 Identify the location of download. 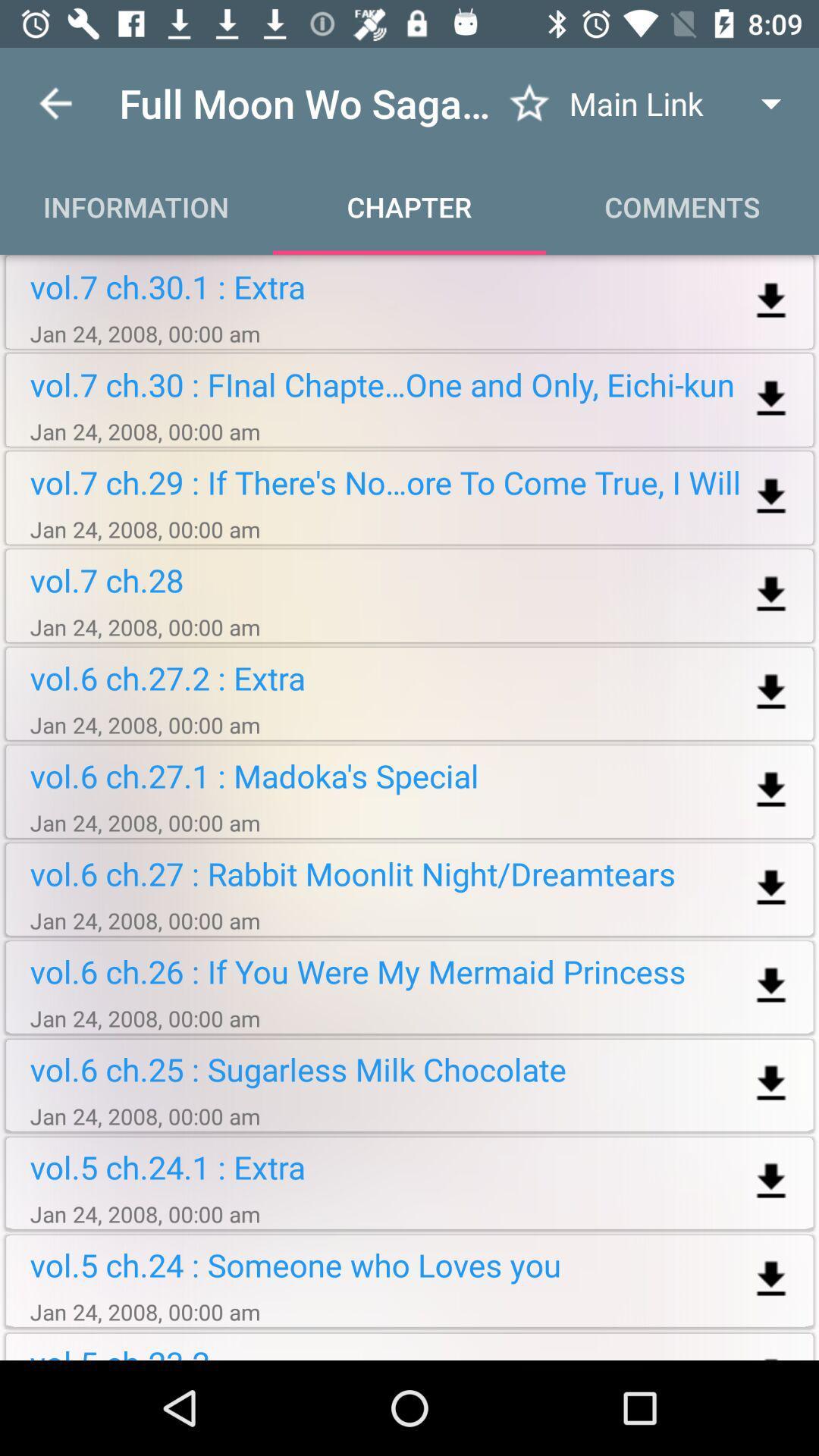
(771, 399).